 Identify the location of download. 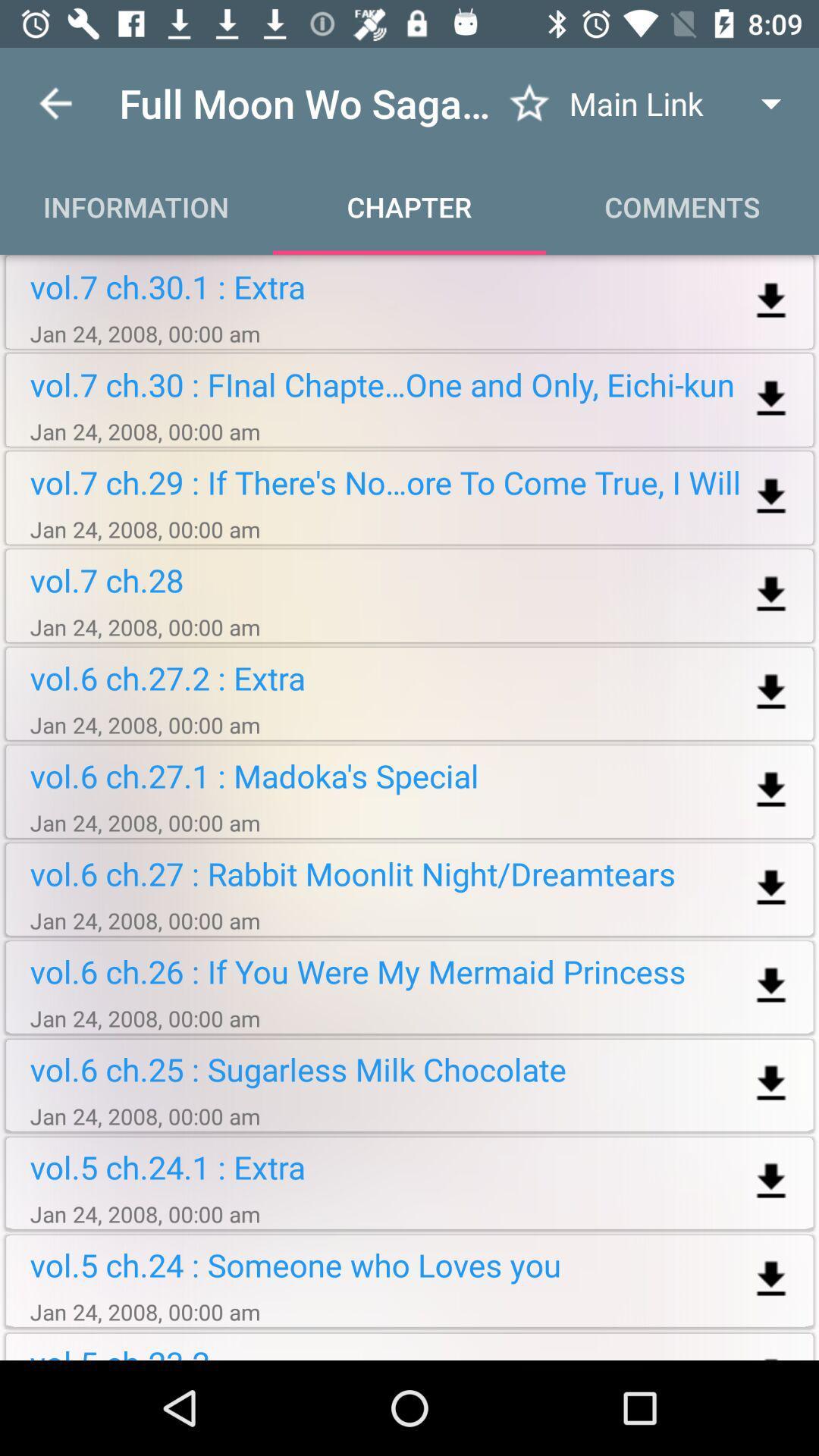
(771, 399).